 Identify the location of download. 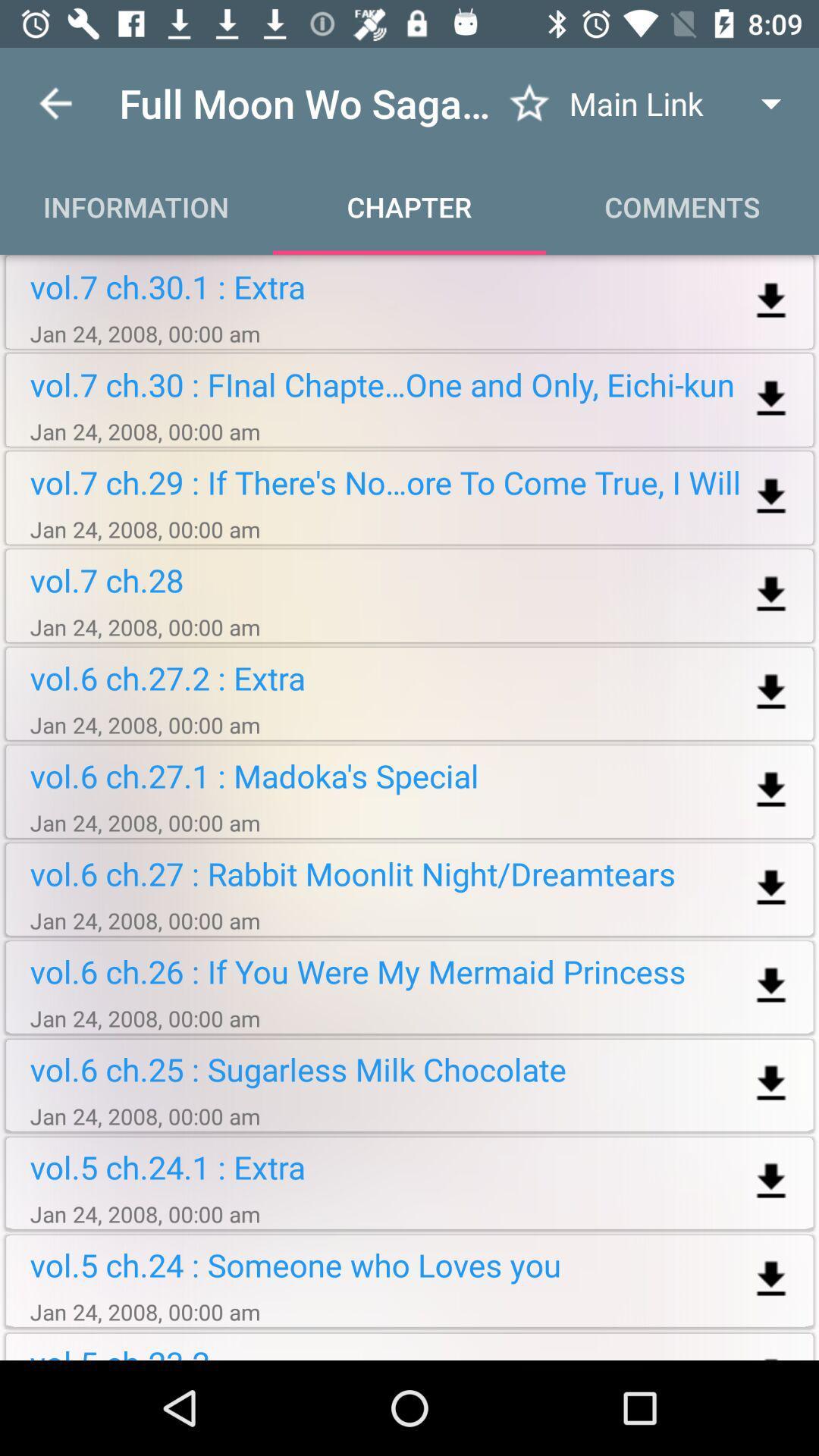
(771, 399).